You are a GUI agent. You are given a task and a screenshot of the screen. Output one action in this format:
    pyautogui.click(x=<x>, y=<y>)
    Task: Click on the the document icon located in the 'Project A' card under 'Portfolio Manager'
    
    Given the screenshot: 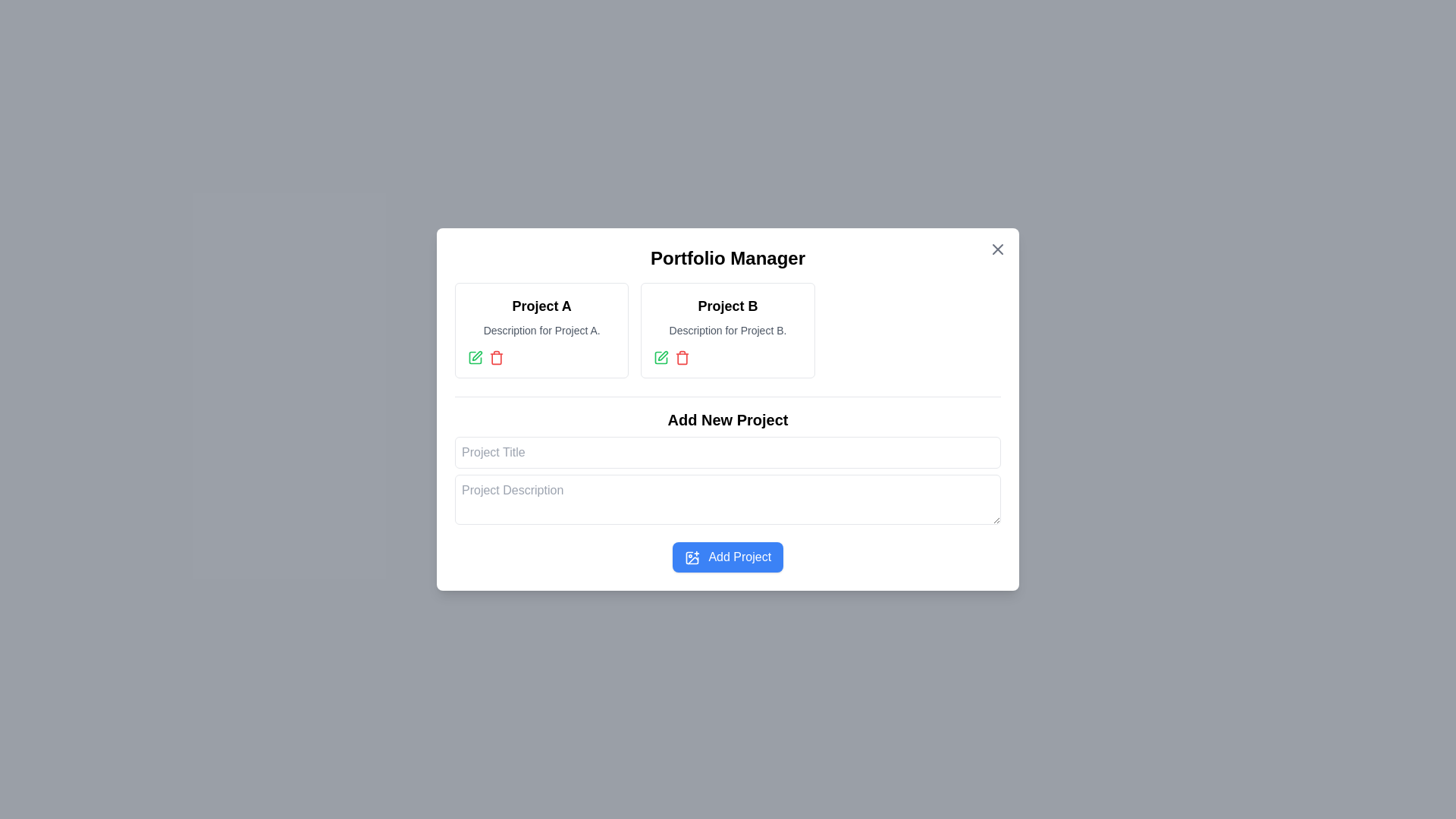 What is the action you would take?
    pyautogui.click(x=475, y=357)
    